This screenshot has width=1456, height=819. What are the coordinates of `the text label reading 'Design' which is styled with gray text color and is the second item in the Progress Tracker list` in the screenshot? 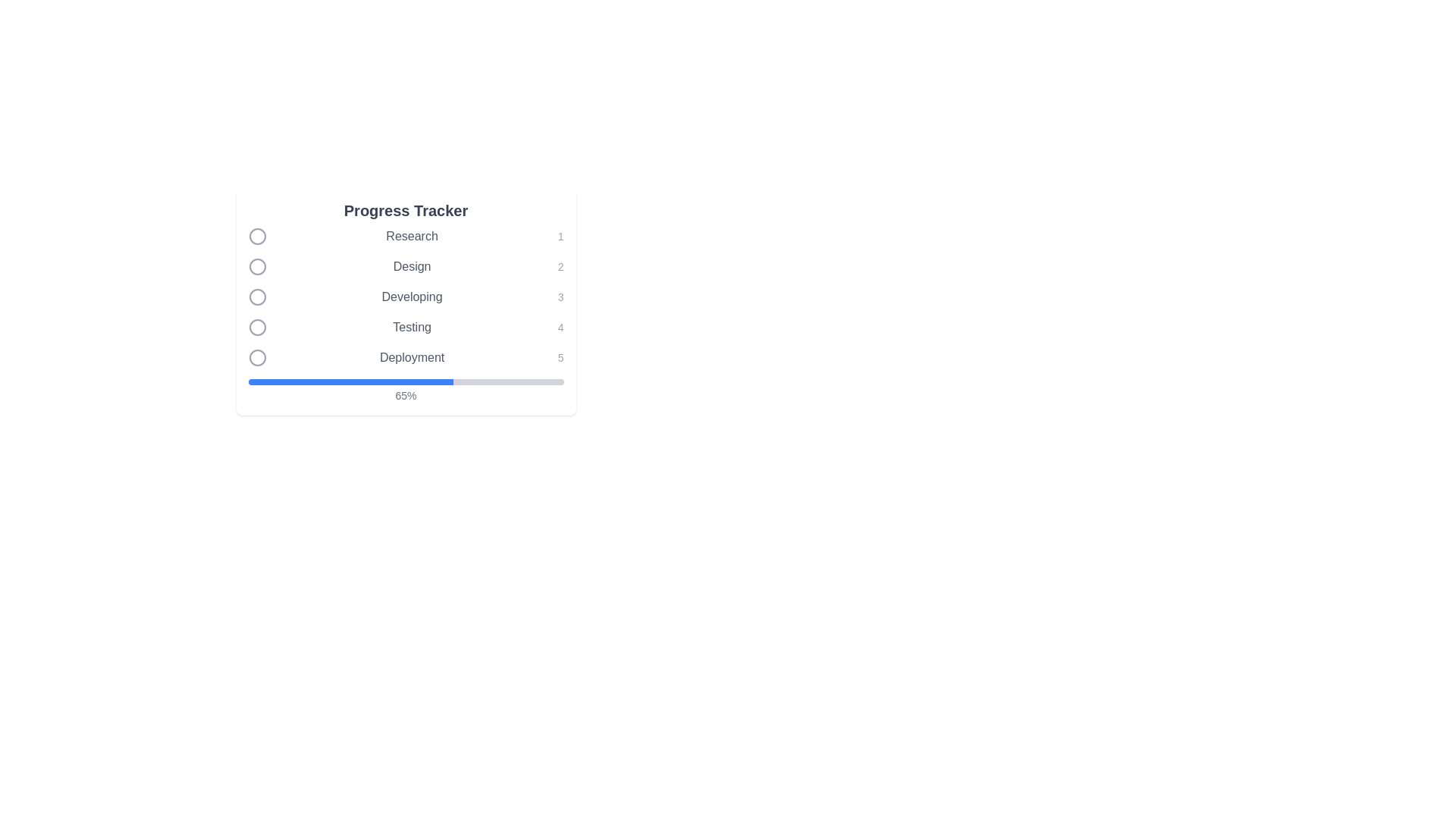 It's located at (412, 265).